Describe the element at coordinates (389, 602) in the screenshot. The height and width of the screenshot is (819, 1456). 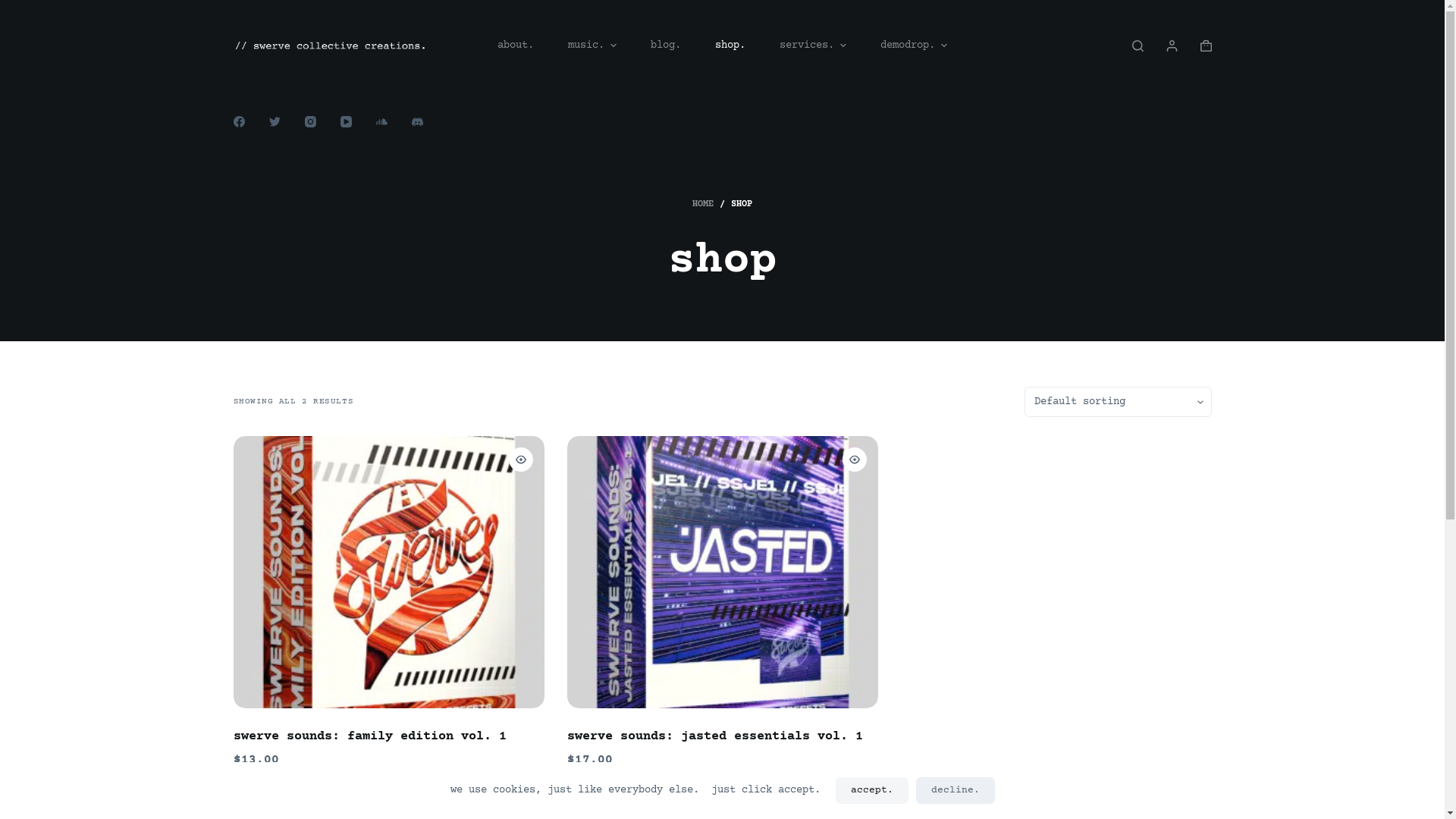
I see `'swerve sounds: family edition vol. 1` at that location.